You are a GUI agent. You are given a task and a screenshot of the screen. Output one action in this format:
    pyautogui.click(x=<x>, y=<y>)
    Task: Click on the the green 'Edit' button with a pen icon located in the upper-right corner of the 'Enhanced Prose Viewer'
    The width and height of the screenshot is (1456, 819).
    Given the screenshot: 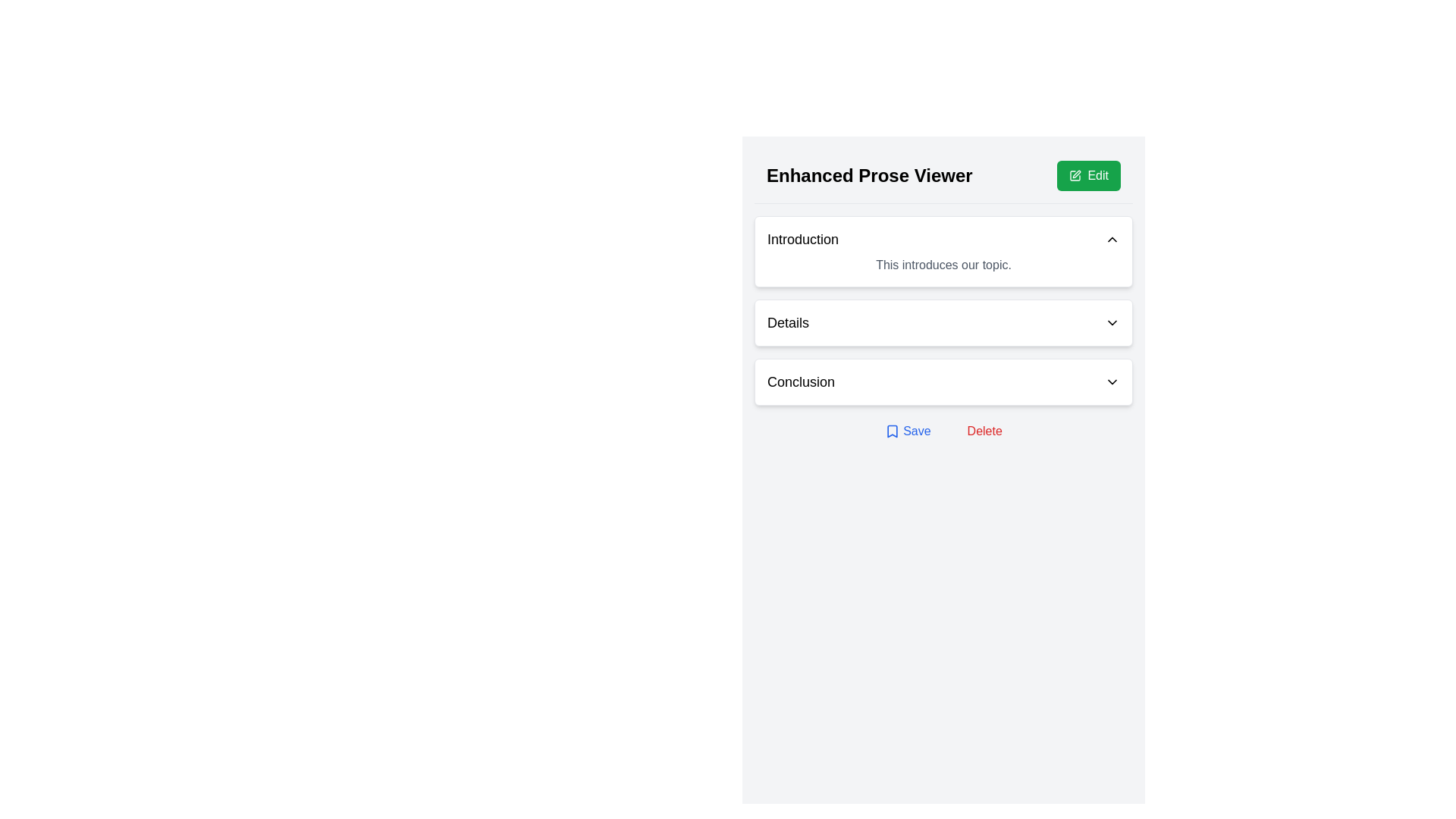 What is the action you would take?
    pyautogui.click(x=1087, y=174)
    